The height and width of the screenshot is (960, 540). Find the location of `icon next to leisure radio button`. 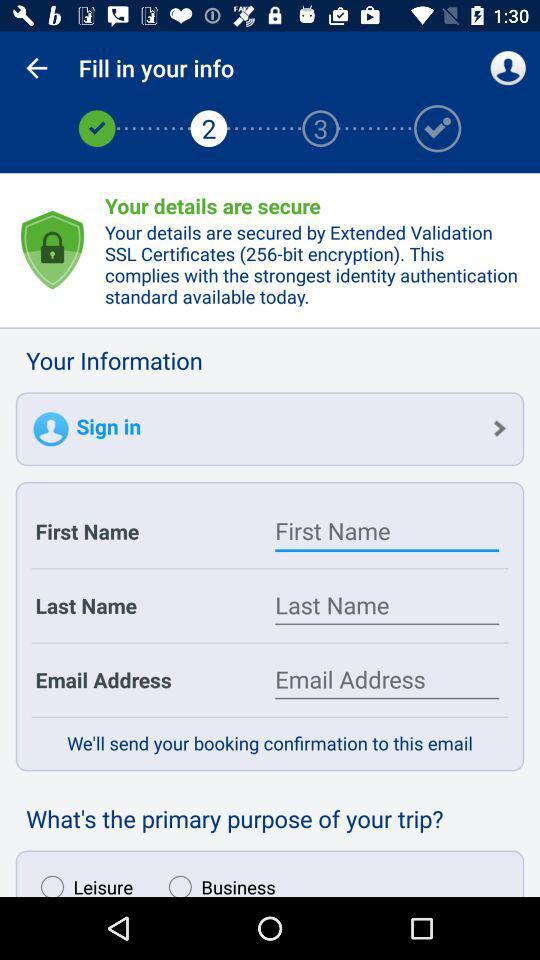

icon next to leisure radio button is located at coordinates (216, 880).